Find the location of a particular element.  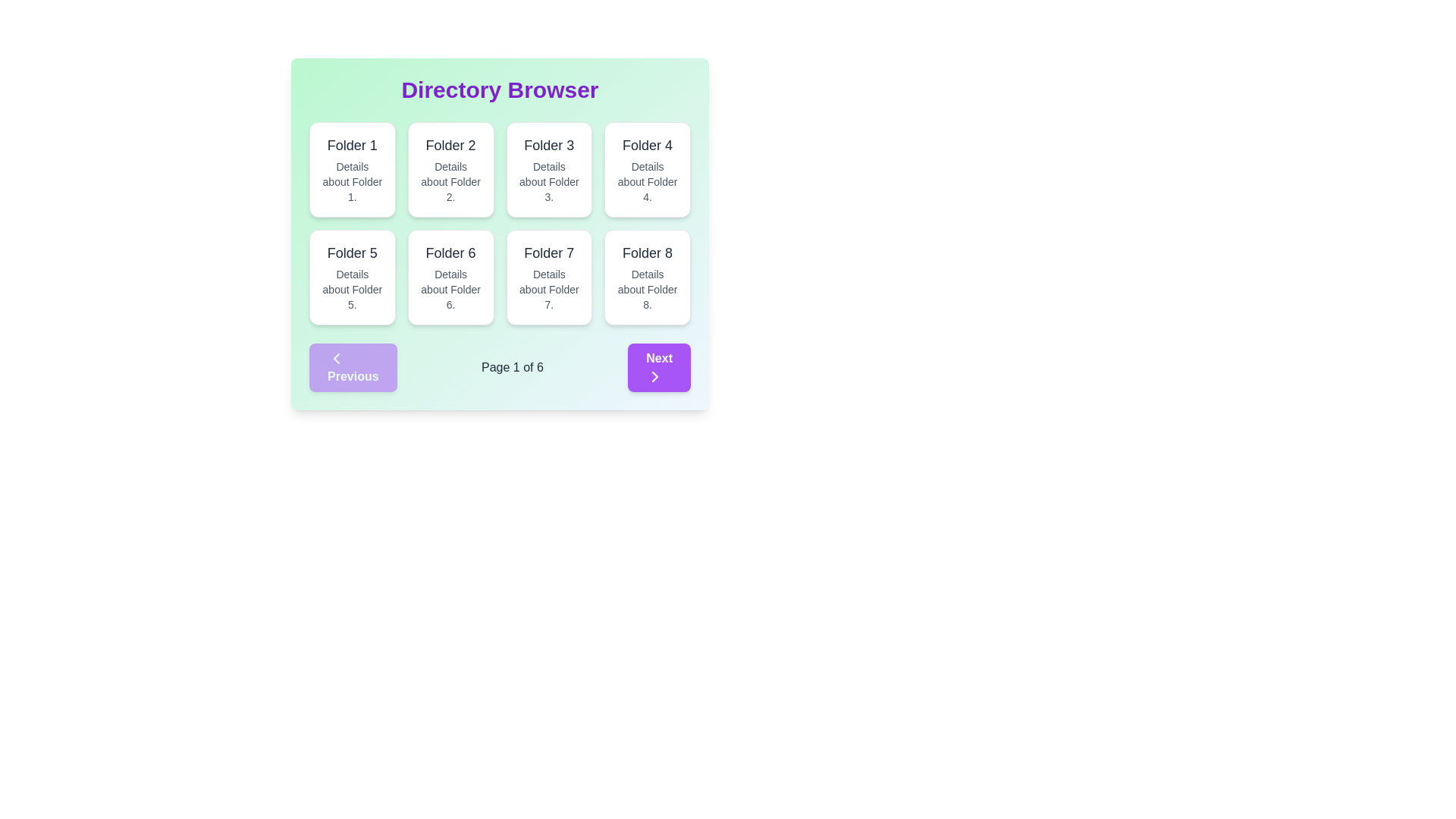

the rightward-pointing chevron arrow icon, which is part of the 'Next' button located in the main navigation area at the bottom of the interface is located at coordinates (655, 376).